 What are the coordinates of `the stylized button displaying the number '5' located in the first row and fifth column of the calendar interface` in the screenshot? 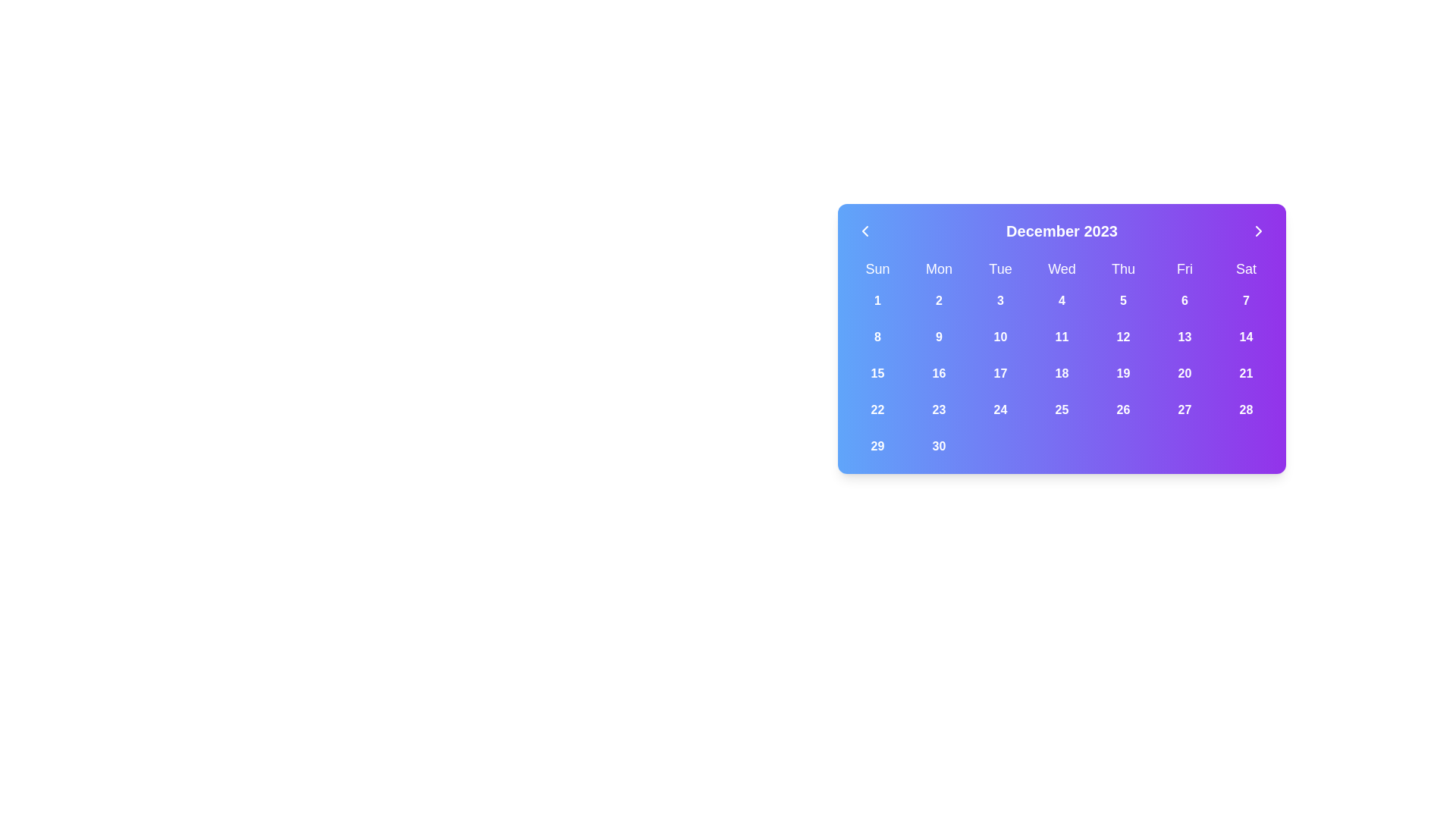 It's located at (1123, 301).